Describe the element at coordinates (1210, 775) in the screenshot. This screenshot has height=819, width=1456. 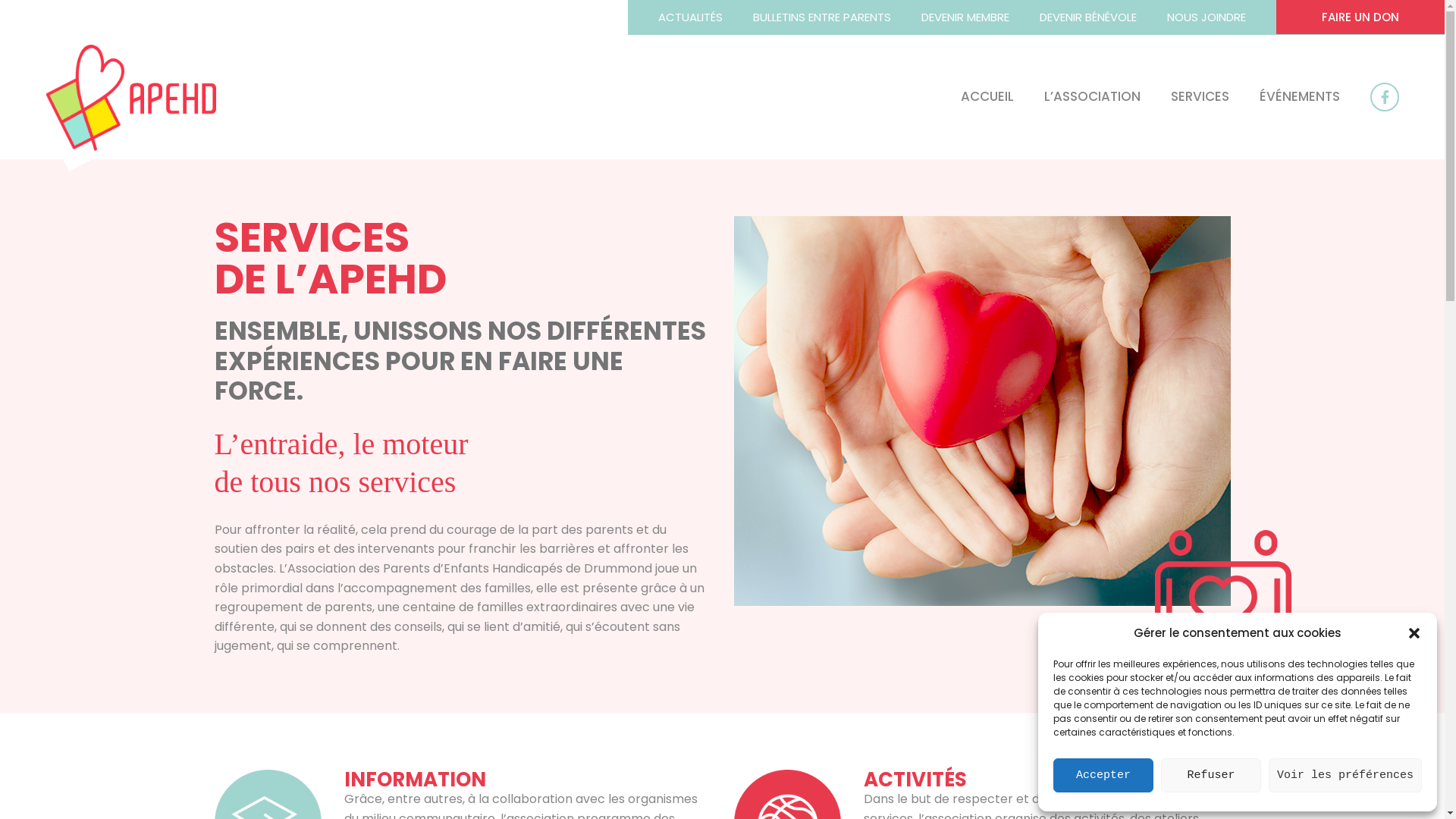
I see `'Refuser'` at that location.